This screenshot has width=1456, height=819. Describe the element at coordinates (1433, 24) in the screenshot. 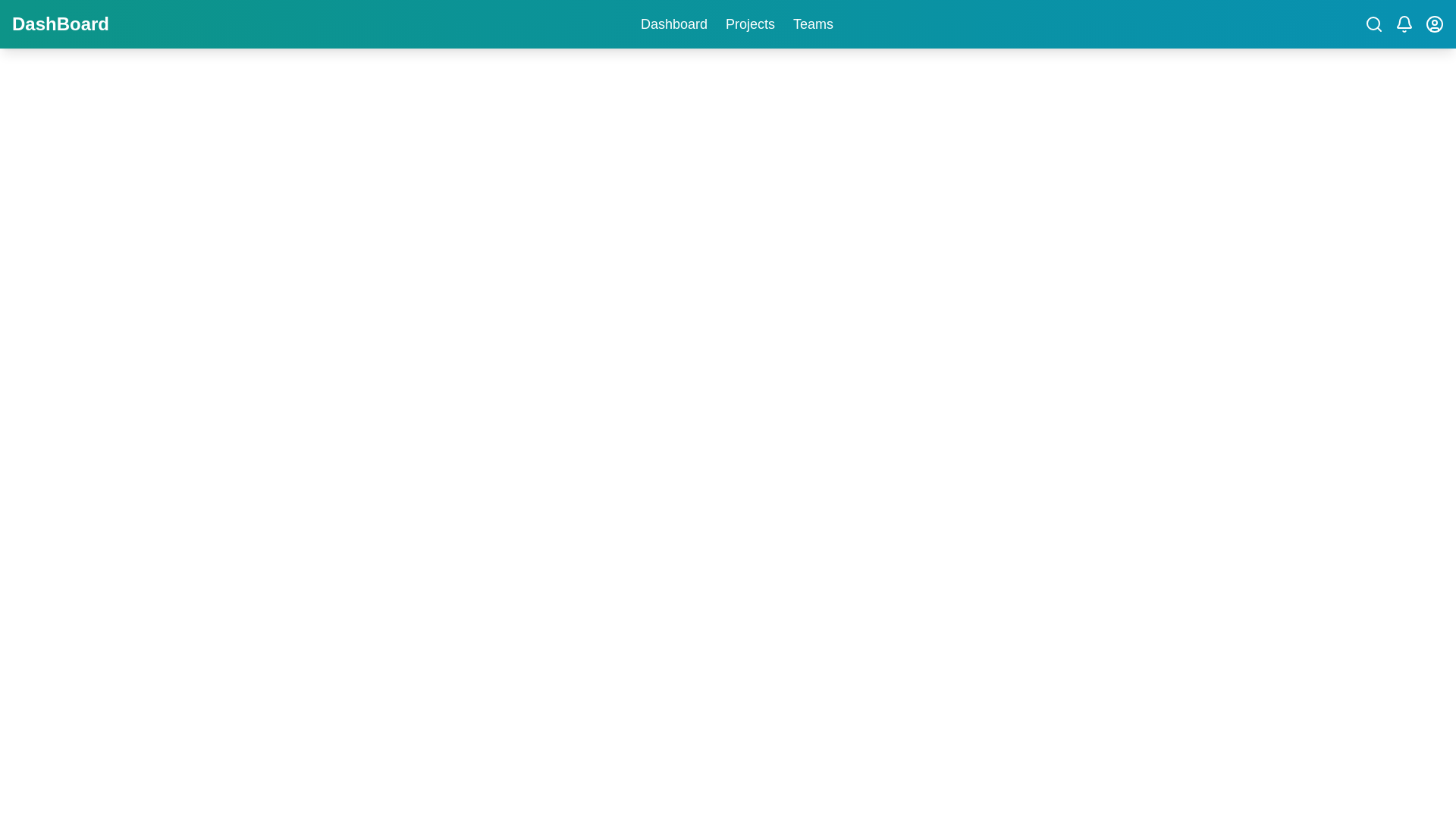

I see `the circular user profile icon button located in the top right corner of the interface` at that location.